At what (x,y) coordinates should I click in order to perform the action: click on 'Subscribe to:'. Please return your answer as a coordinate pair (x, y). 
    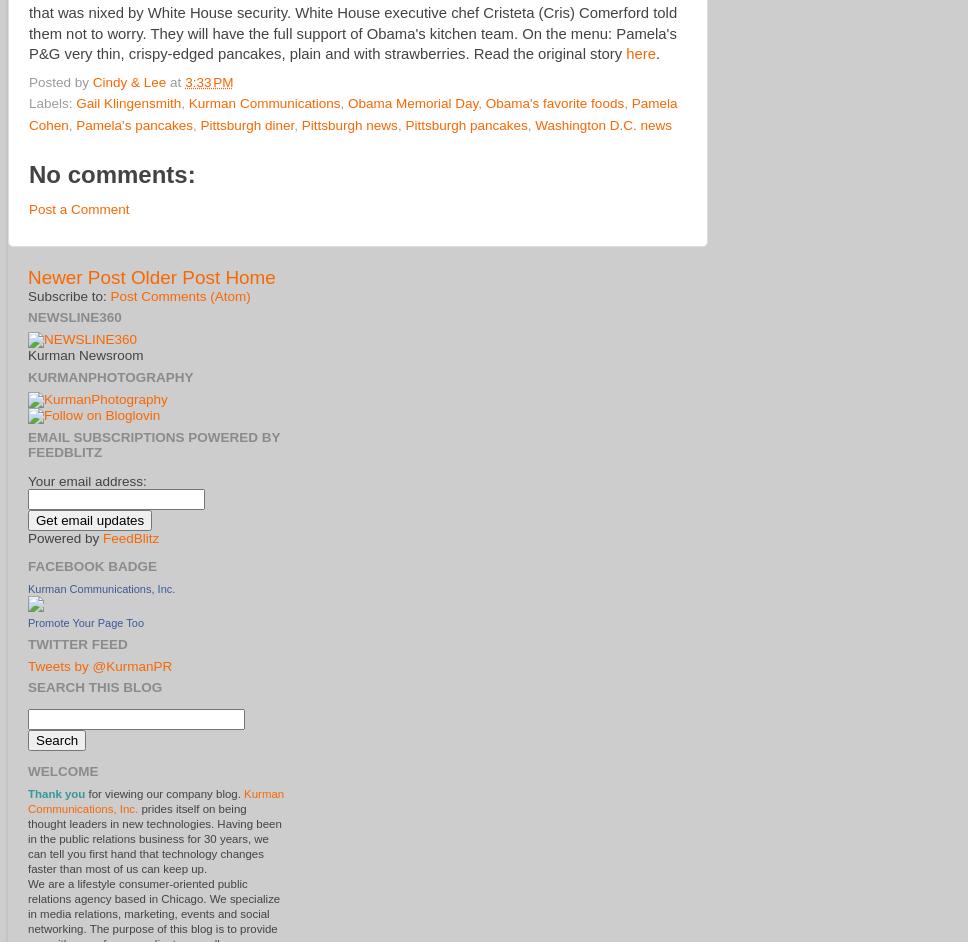
    Looking at the image, I should click on (68, 295).